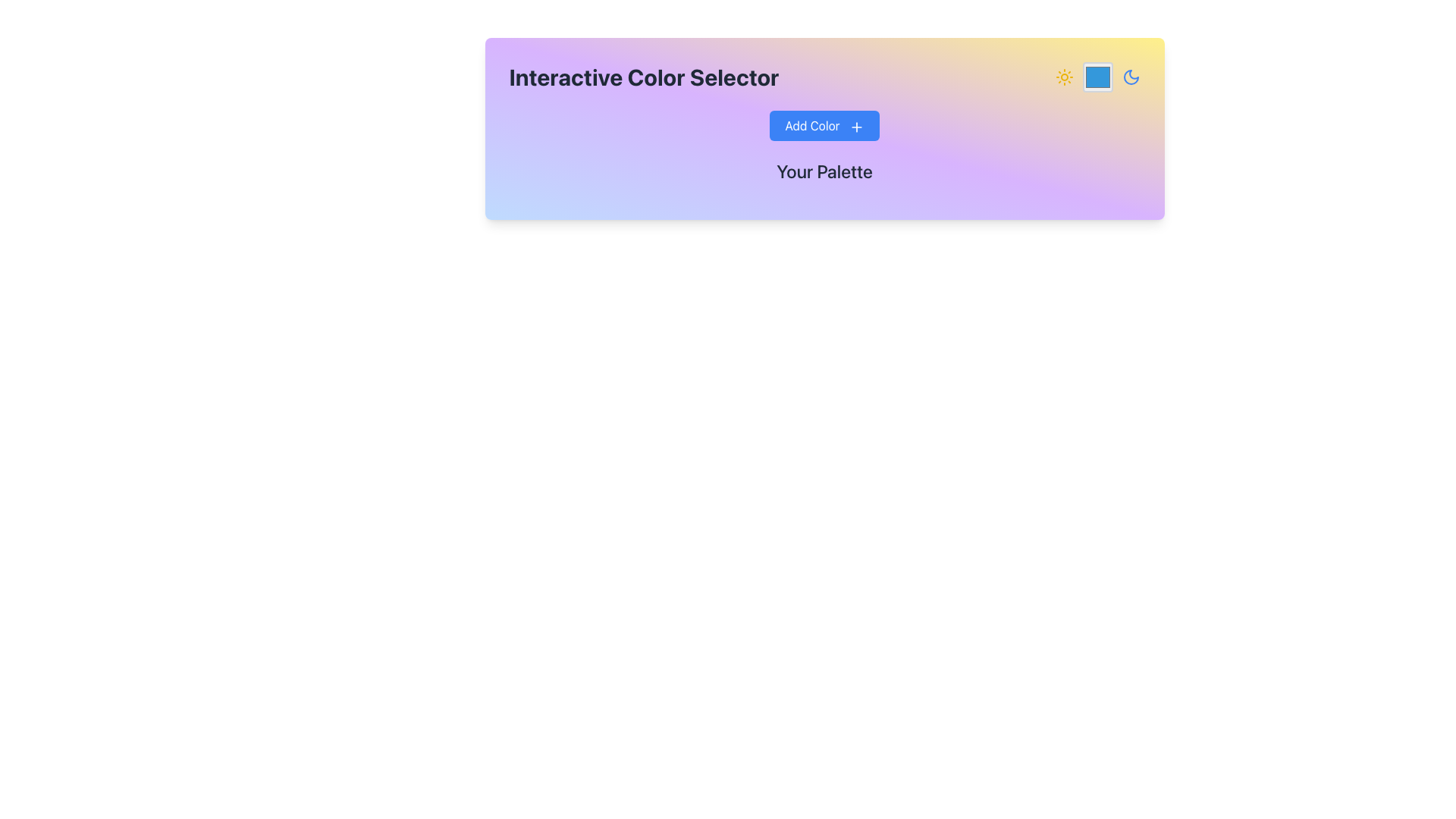  Describe the element at coordinates (856, 126) in the screenshot. I see `the small plus sign icon located to the immediate right of the 'Add Color' button text, which is centrally positioned within the button` at that location.